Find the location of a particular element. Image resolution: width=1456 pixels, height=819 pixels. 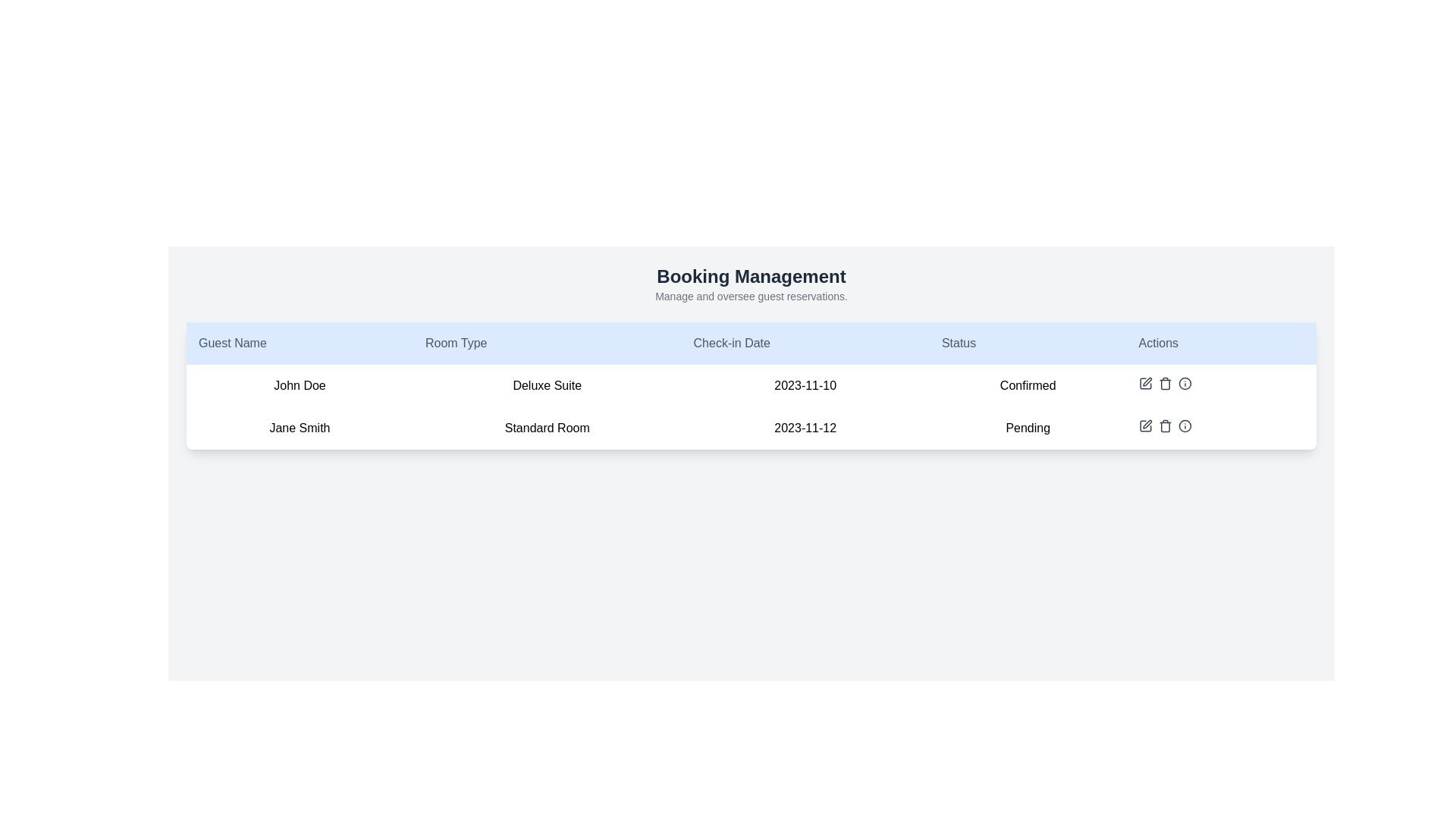

the first row of the booking list in the data table is located at coordinates (751, 385).